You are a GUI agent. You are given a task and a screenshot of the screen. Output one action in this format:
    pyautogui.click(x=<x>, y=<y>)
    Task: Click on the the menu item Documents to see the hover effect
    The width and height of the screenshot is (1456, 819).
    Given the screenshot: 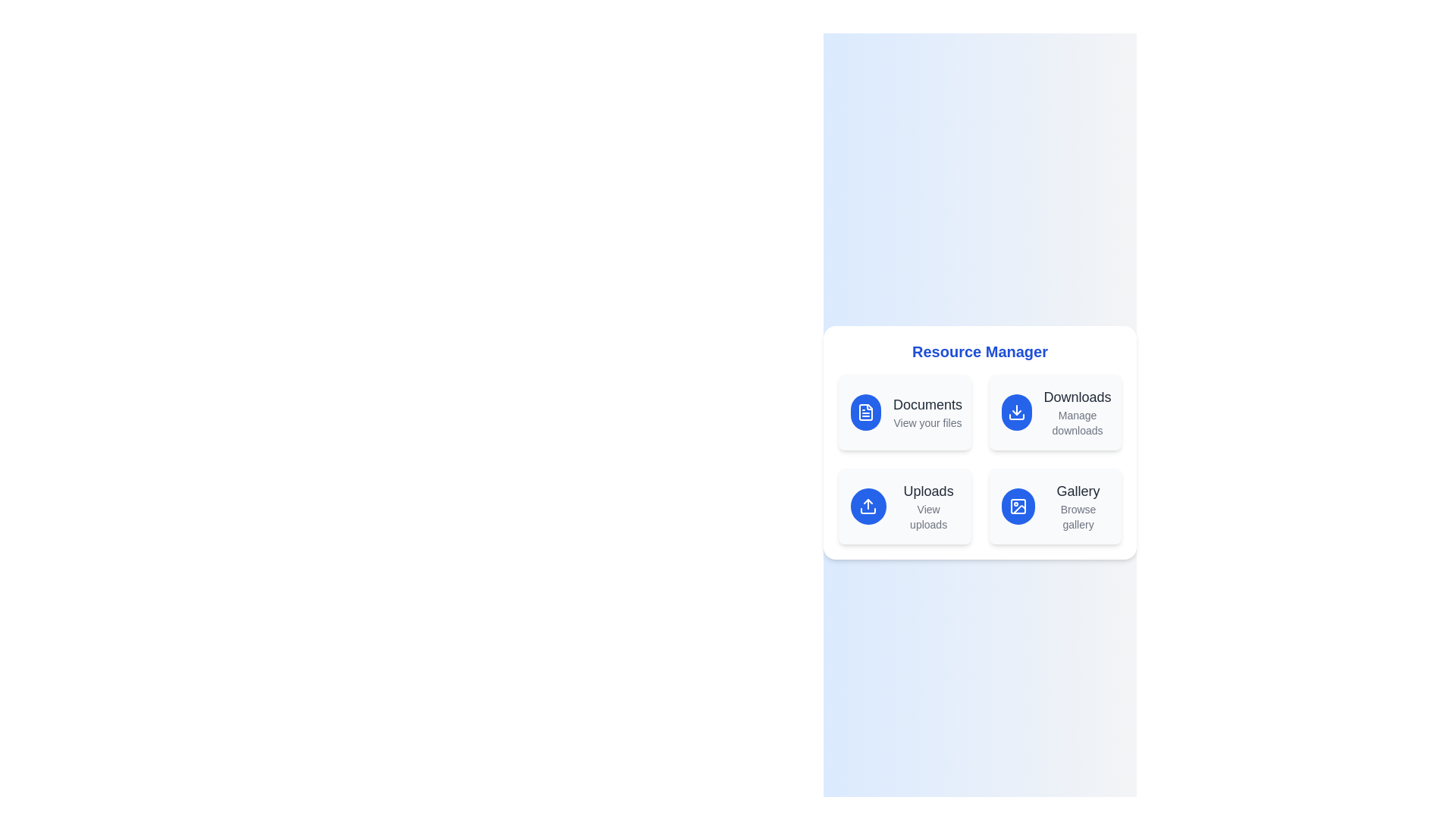 What is the action you would take?
    pyautogui.click(x=905, y=412)
    